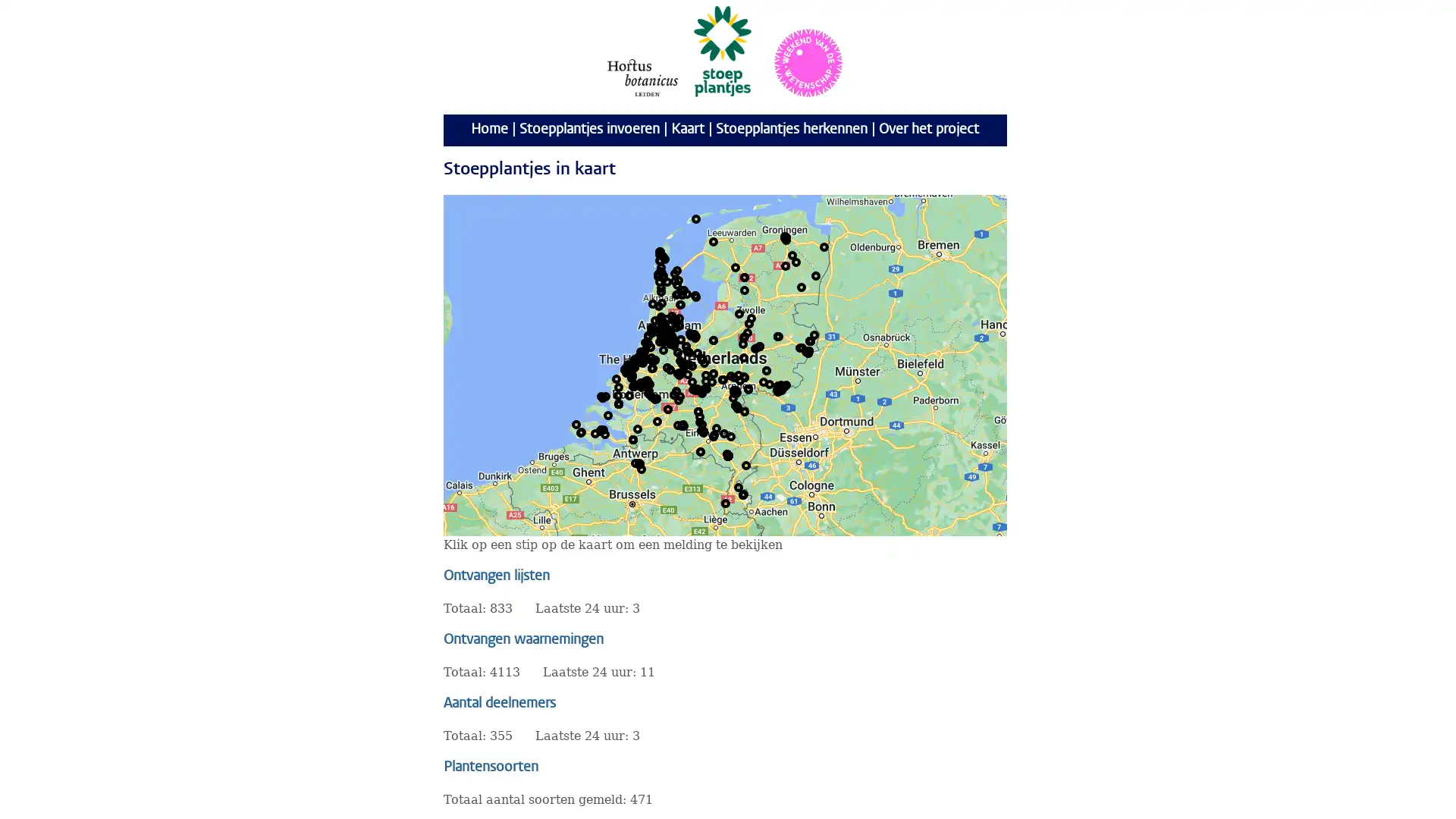 Image resolution: width=1456 pixels, height=819 pixels. What do you see at coordinates (676, 351) in the screenshot?
I see `Telling van op 02 december 2021` at bounding box center [676, 351].